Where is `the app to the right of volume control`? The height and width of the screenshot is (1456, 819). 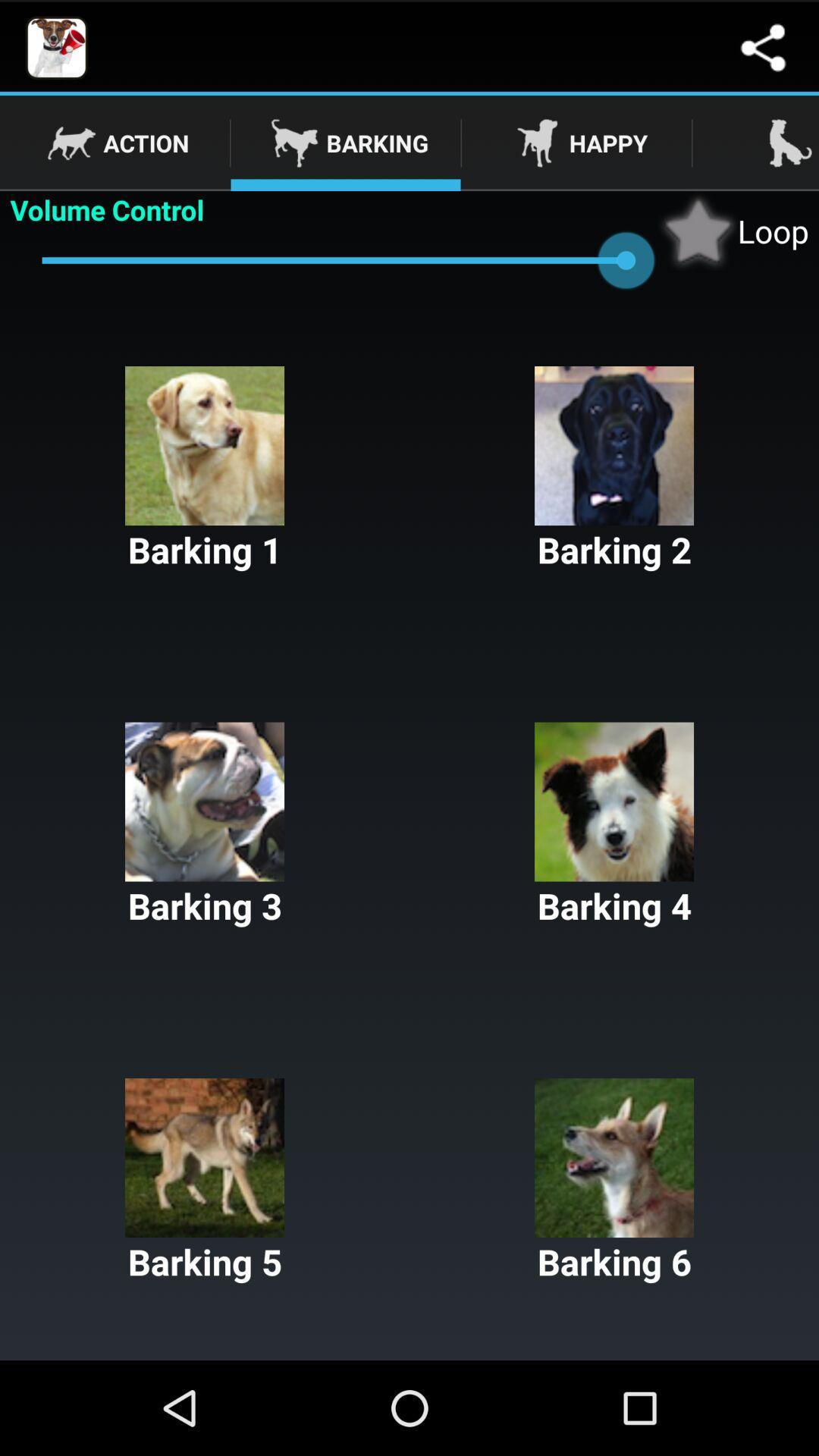 the app to the right of volume control is located at coordinates (733, 230).